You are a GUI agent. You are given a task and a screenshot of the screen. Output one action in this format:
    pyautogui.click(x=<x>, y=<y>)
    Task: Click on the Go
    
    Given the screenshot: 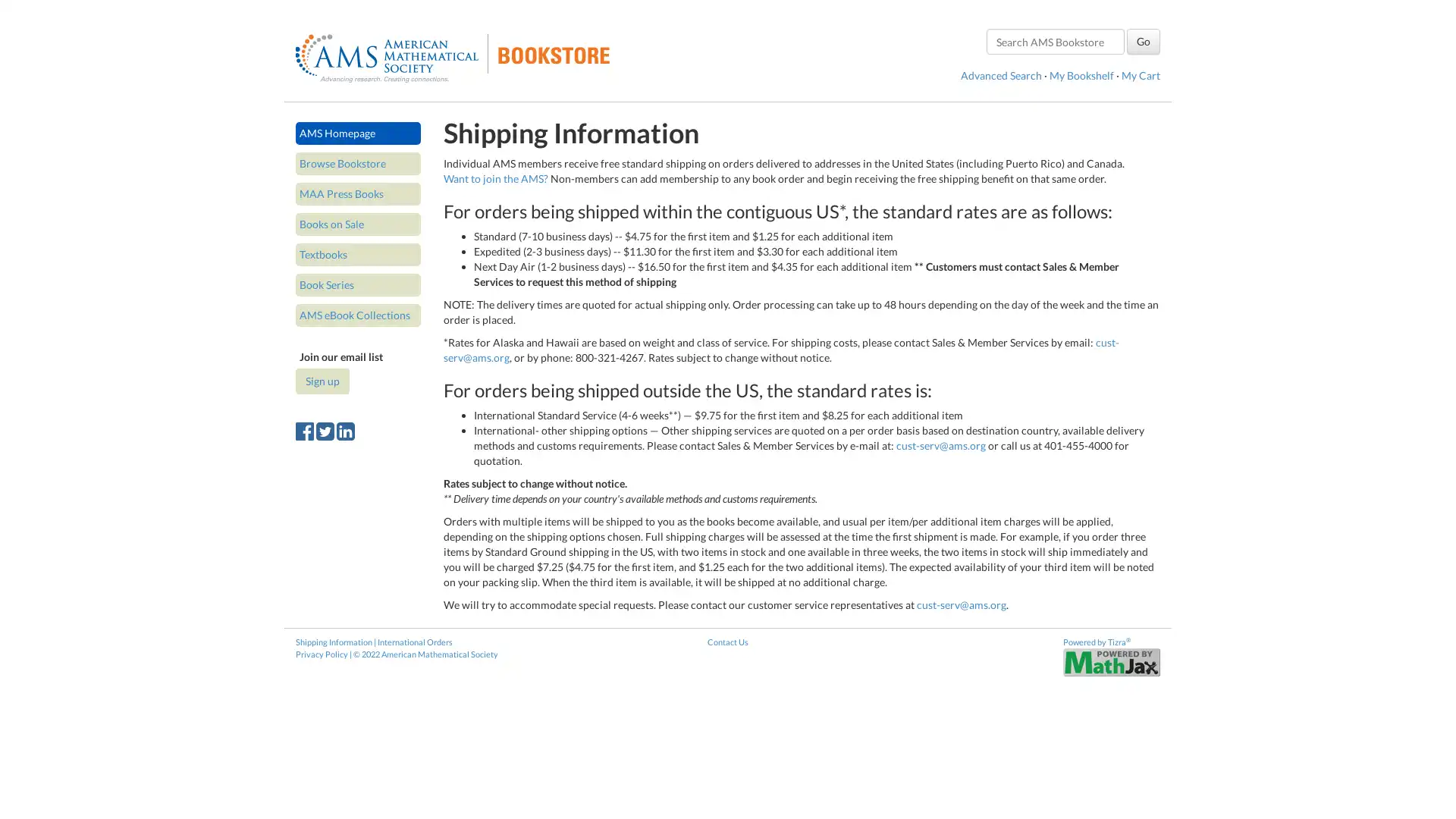 What is the action you would take?
    pyautogui.click(x=1143, y=40)
    